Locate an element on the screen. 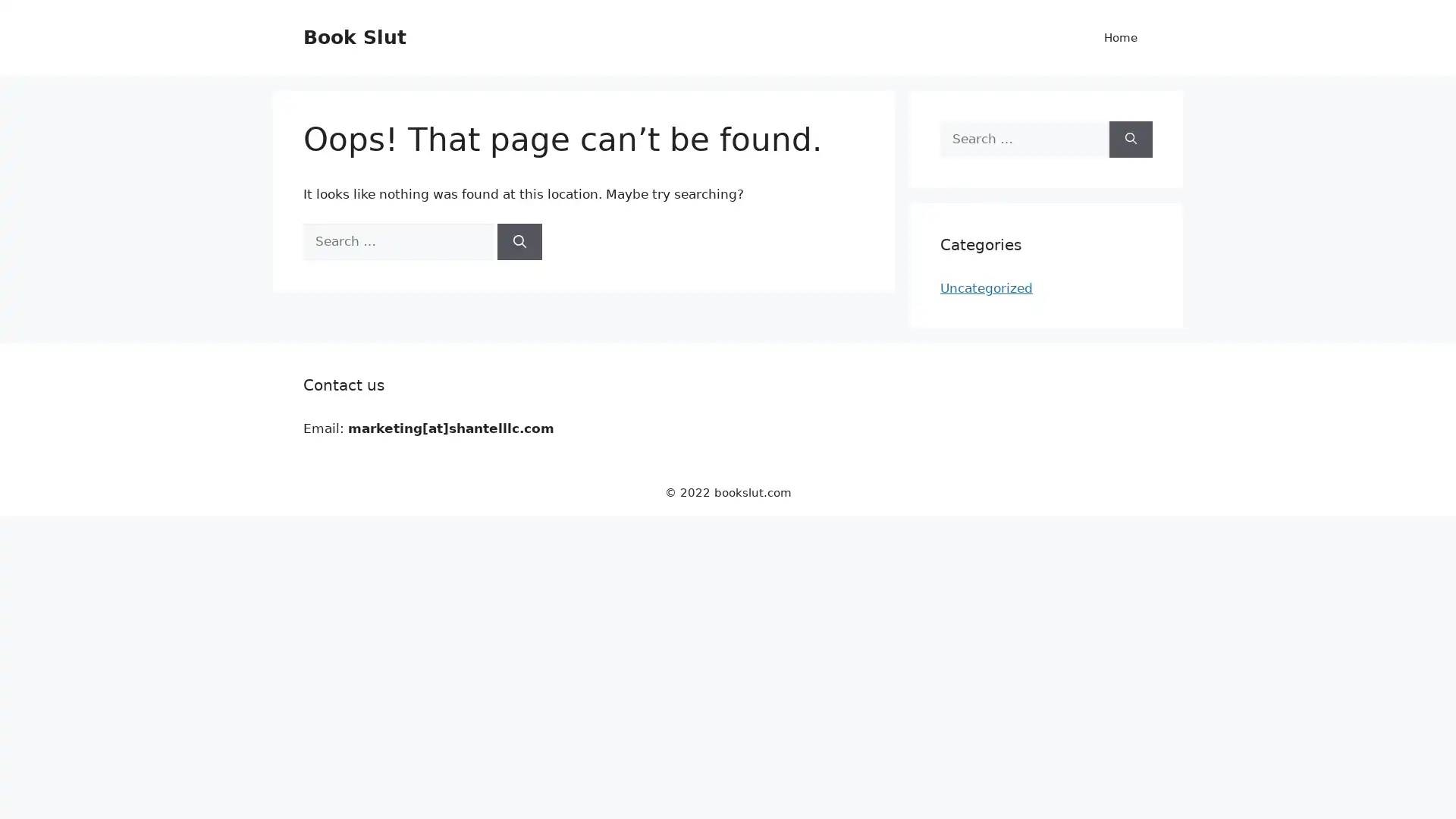 The height and width of the screenshot is (819, 1456). Search is located at coordinates (1131, 139).